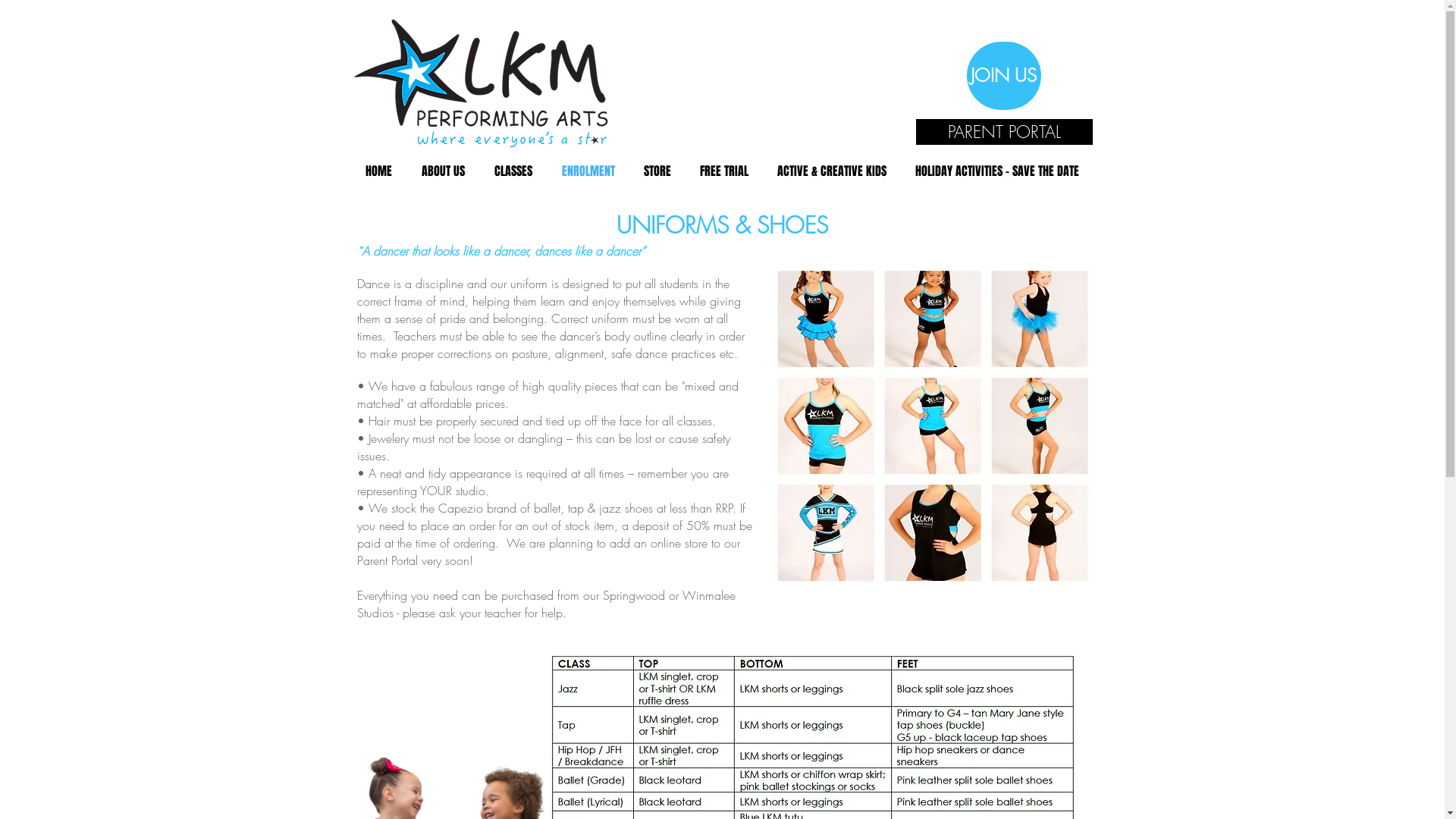  I want to click on 'CLASSES', so click(513, 171).